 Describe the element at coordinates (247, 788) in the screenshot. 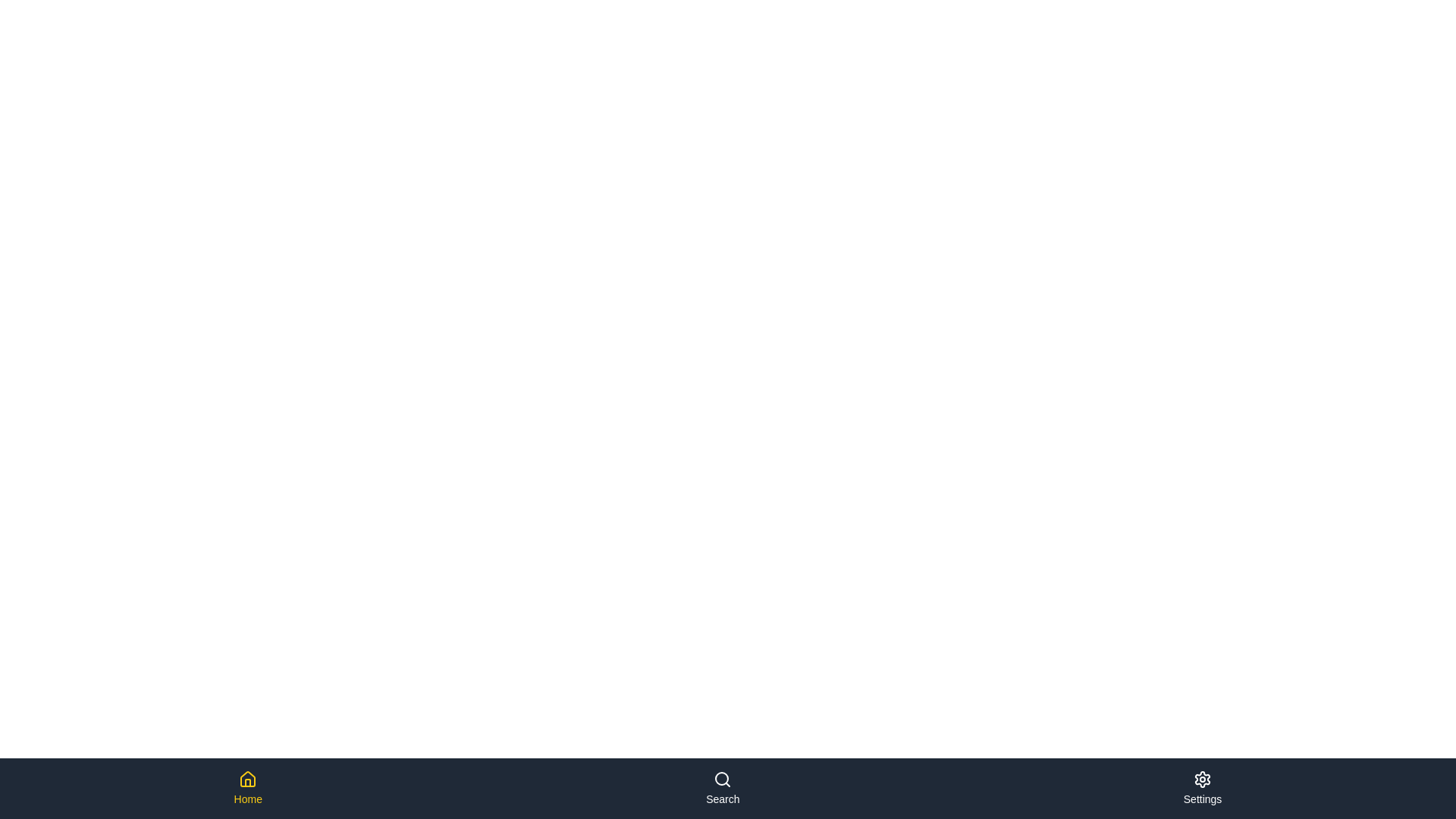

I see `the Home navigation item to observe the hover effect` at that location.